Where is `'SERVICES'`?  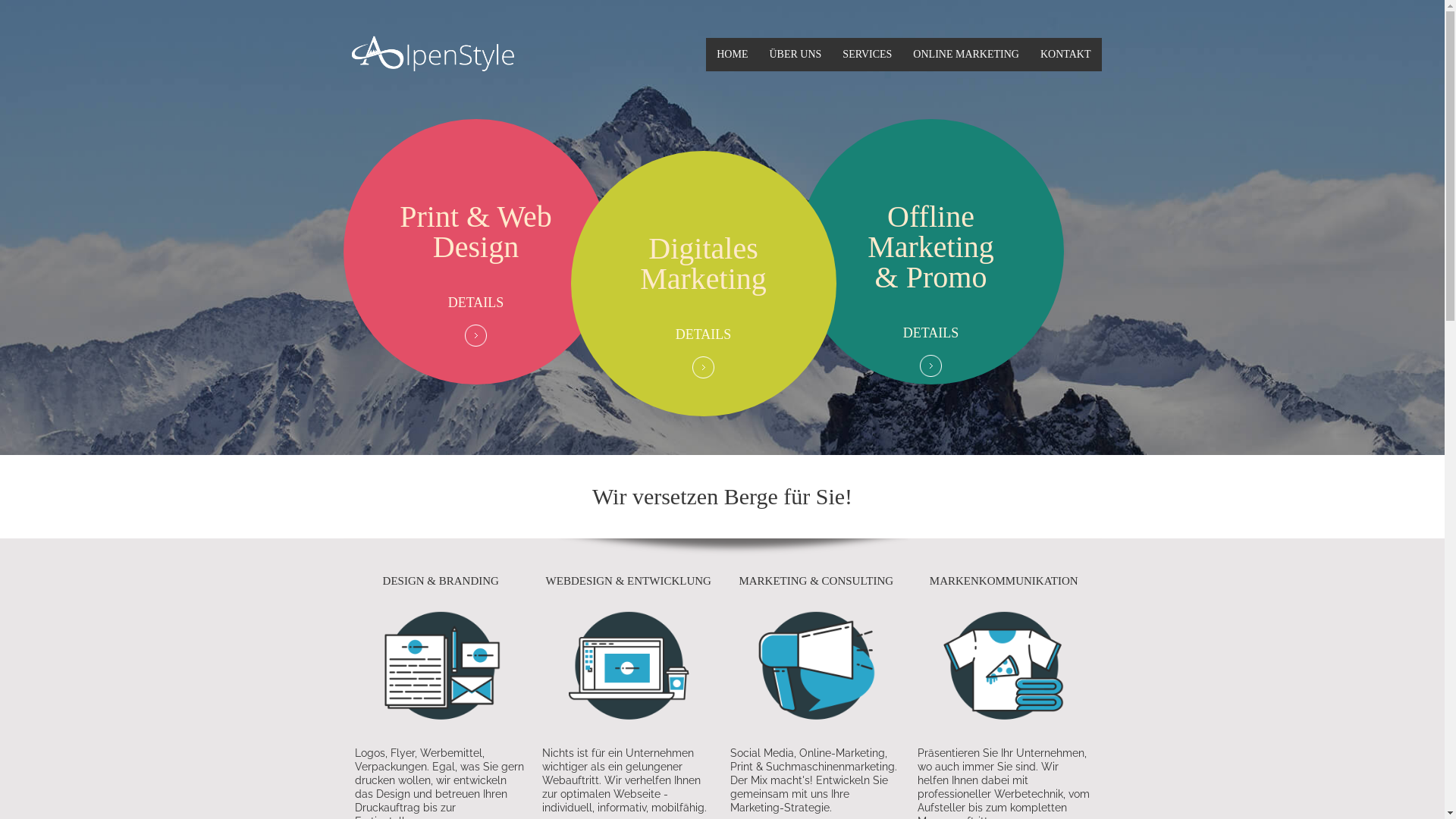
'SERVICES' is located at coordinates (867, 54).